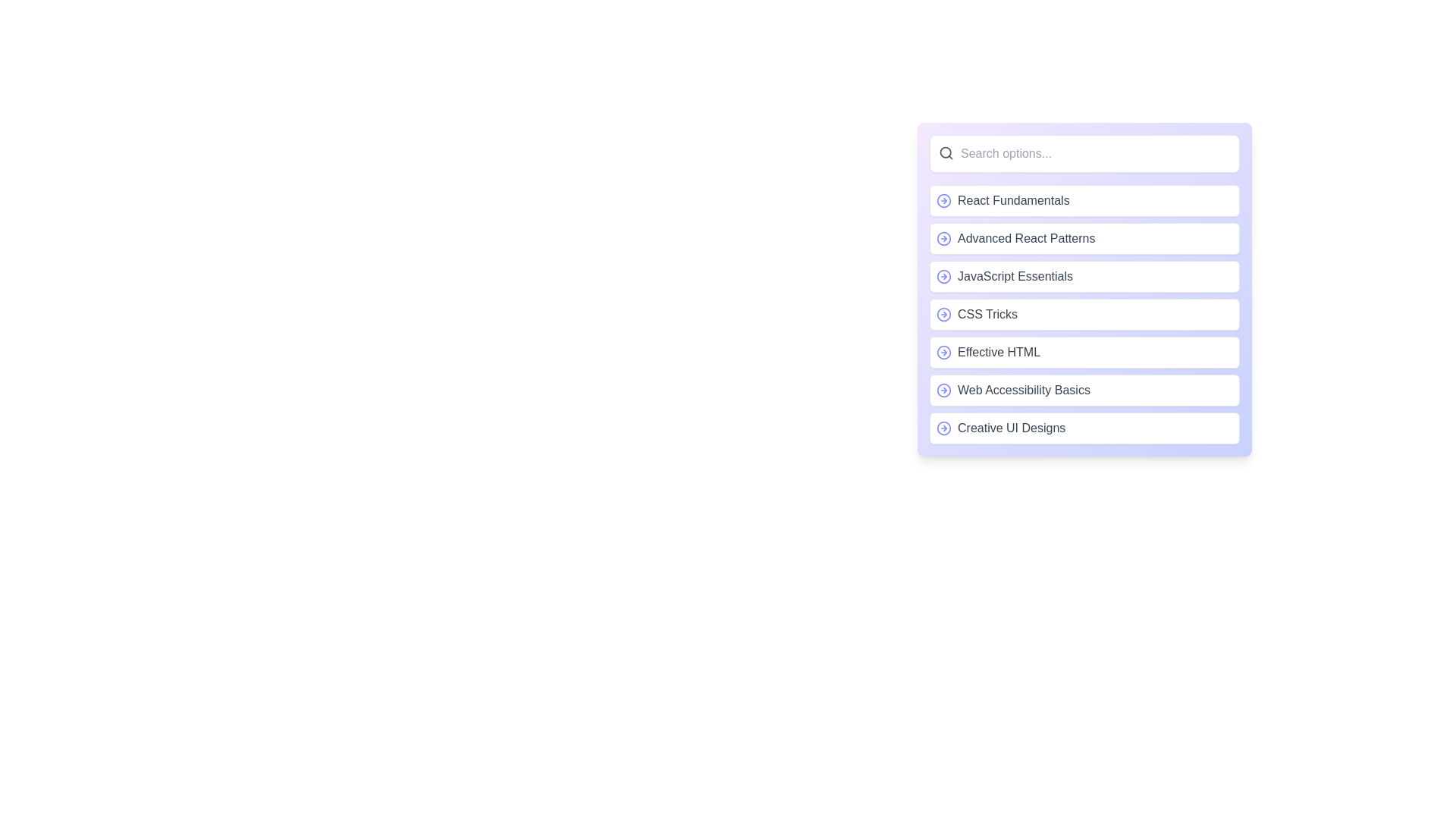  Describe the element at coordinates (943, 239) in the screenshot. I see `the small circular icon with a rightward arrow, which is positioned to the left of the 'Advanced React Patterns' text` at that location.